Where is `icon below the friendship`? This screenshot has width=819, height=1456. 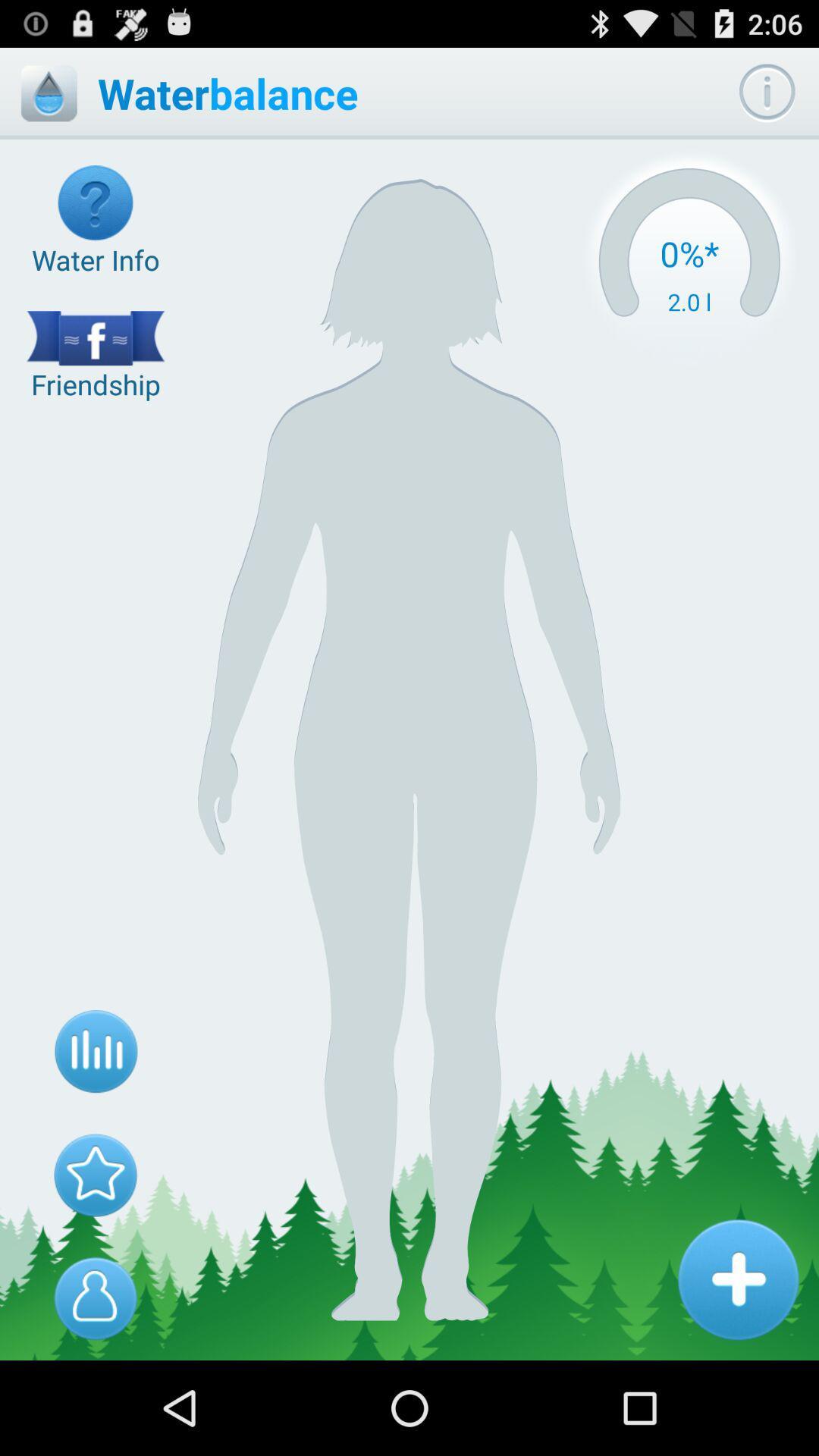 icon below the friendship is located at coordinates (96, 1051).